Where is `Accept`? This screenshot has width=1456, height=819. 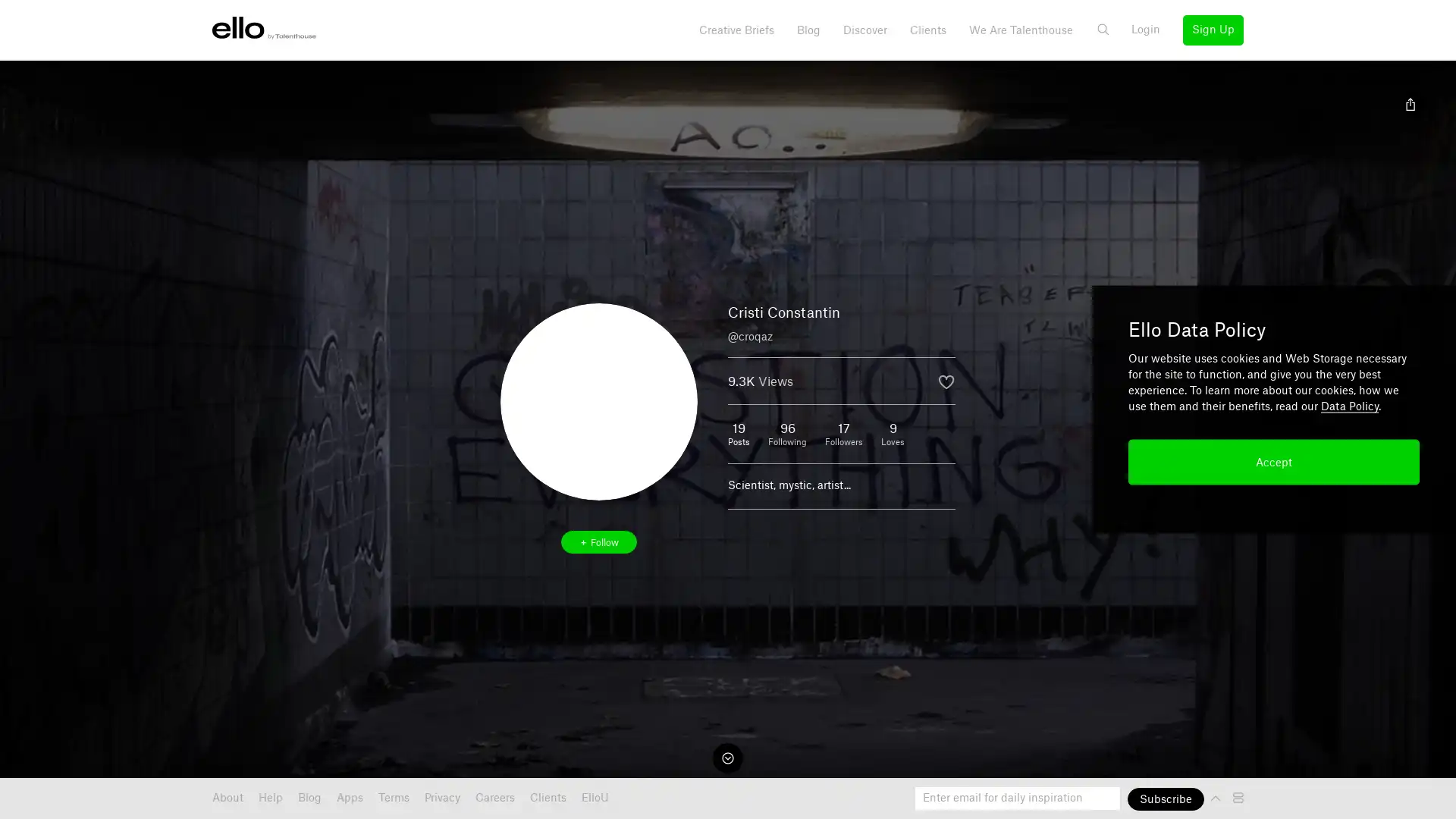
Accept is located at coordinates (1274, 461).